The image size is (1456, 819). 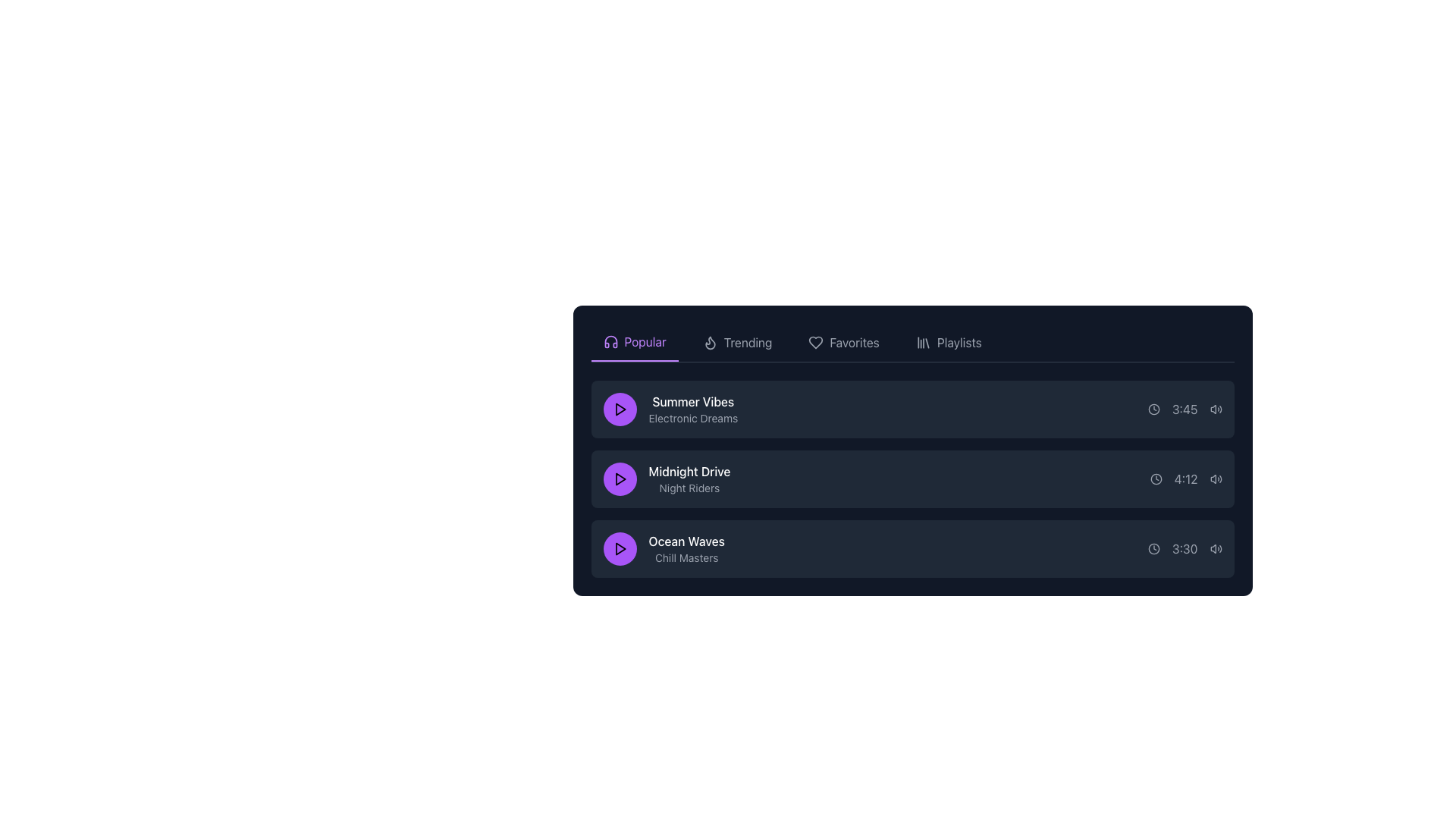 What do you see at coordinates (843, 342) in the screenshot?
I see `the 'Favorites' navigation button located` at bounding box center [843, 342].